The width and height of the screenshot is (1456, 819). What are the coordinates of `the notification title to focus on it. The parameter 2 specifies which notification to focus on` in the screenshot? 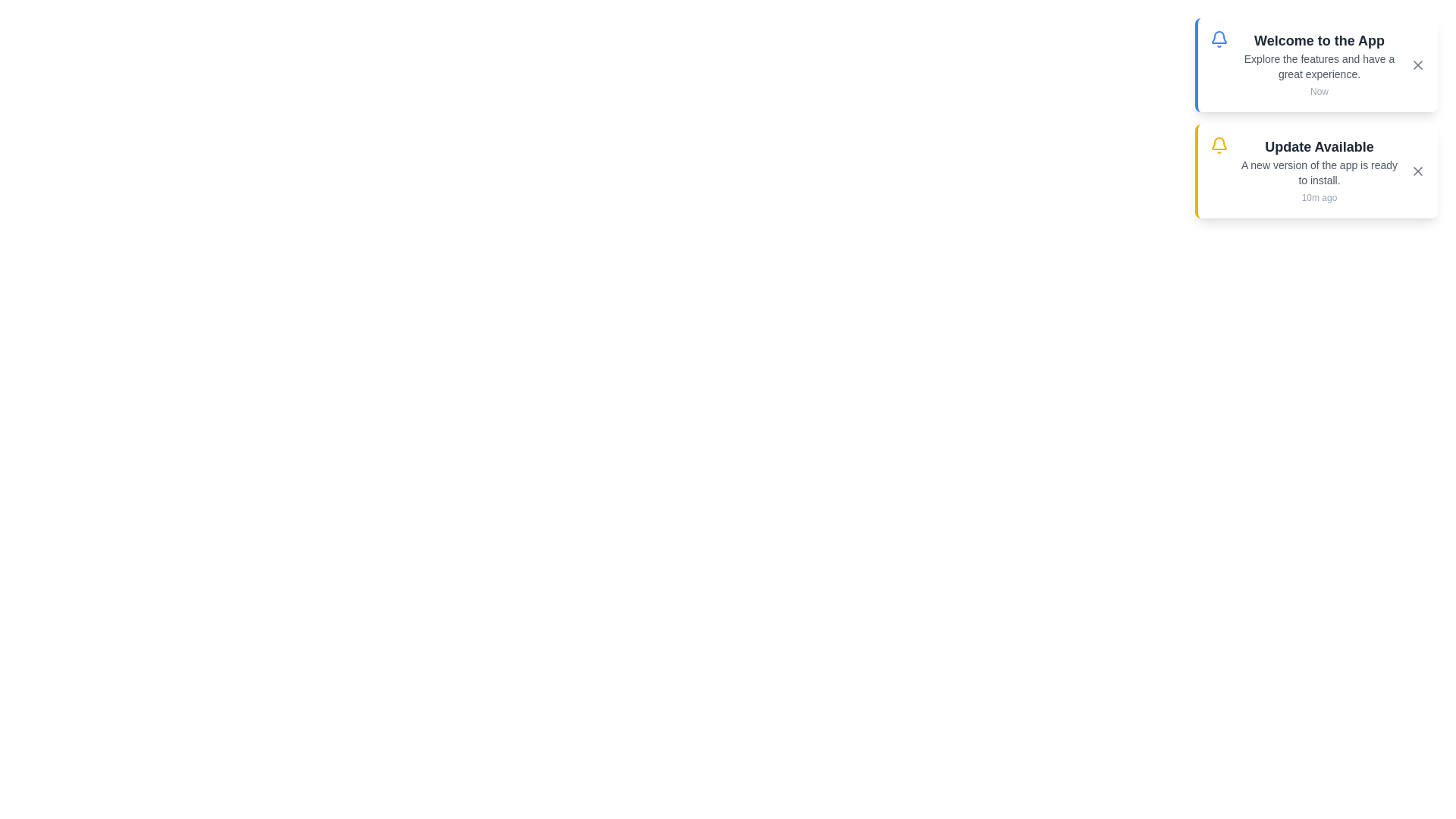 It's located at (1318, 146).